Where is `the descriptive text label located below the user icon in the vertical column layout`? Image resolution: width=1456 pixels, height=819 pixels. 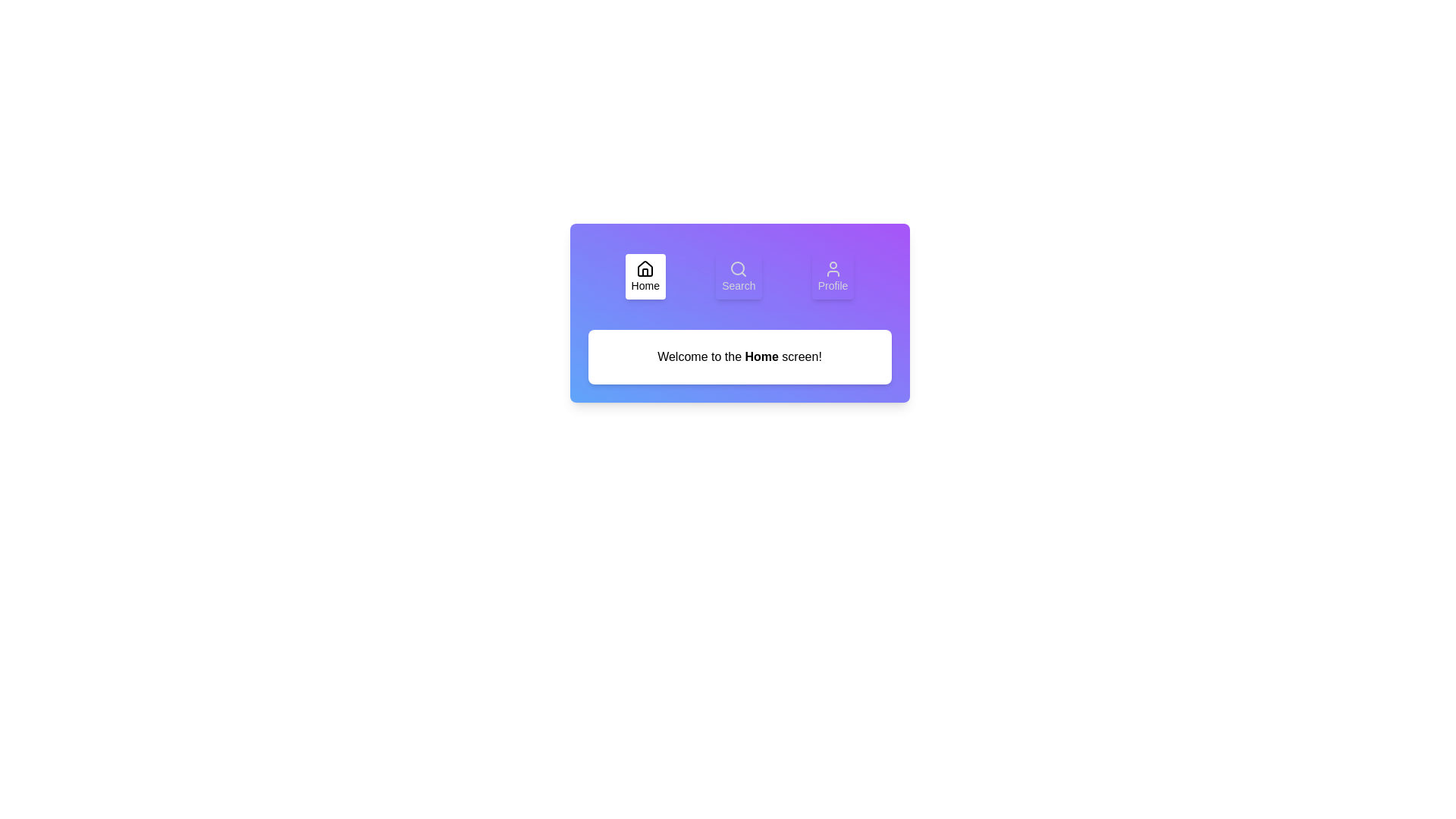
the descriptive text label located below the user icon in the vertical column layout is located at coordinates (832, 286).